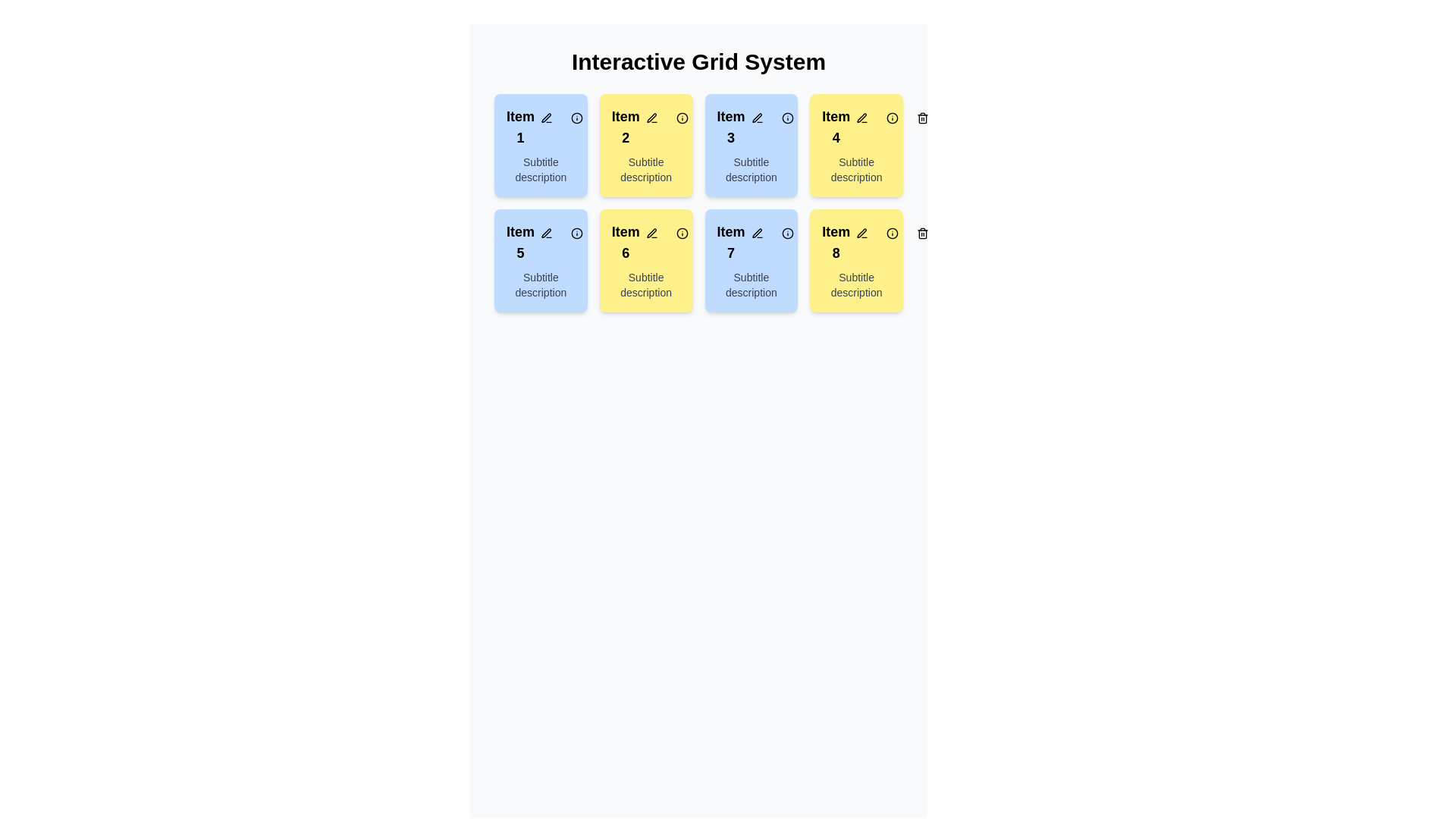  I want to click on the edit button located in the top-right corner of the card labeled 'Item 2', so click(651, 117).